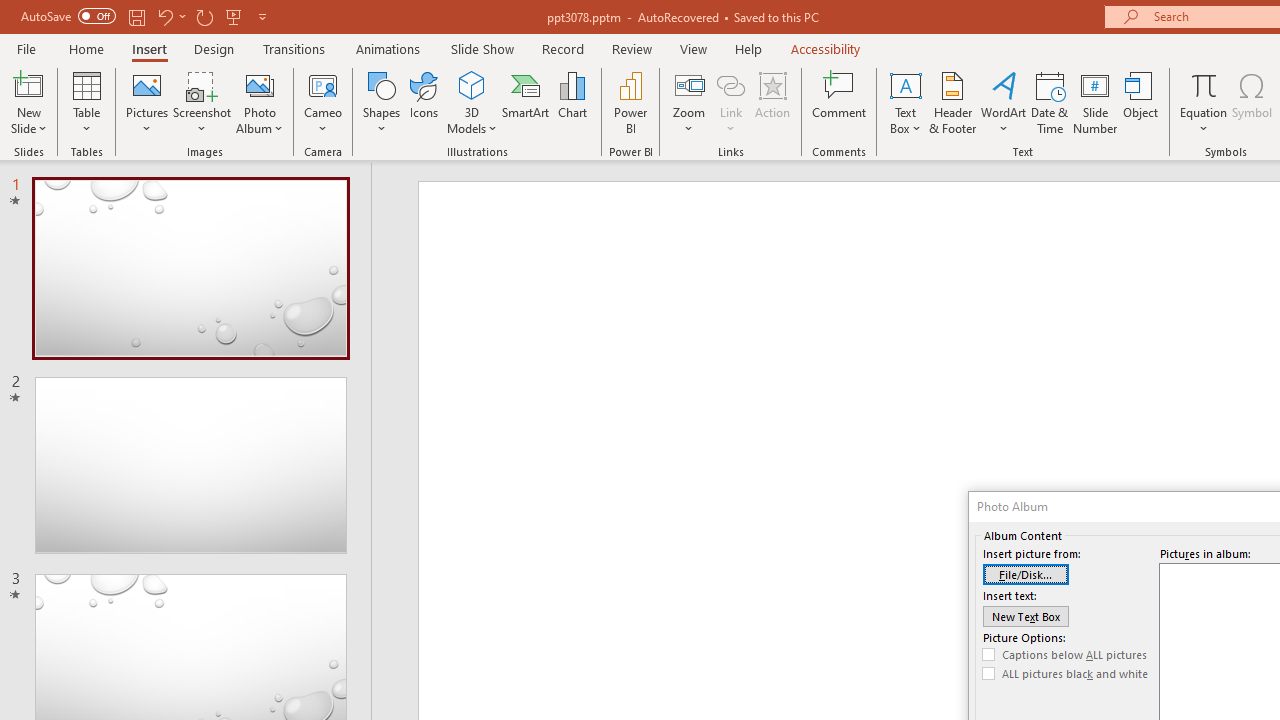 The height and width of the screenshot is (720, 1280). What do you see at coordinates (1141, 103) in the screenshot?
I see `'Object...'` at bounding box center [1141, 103].